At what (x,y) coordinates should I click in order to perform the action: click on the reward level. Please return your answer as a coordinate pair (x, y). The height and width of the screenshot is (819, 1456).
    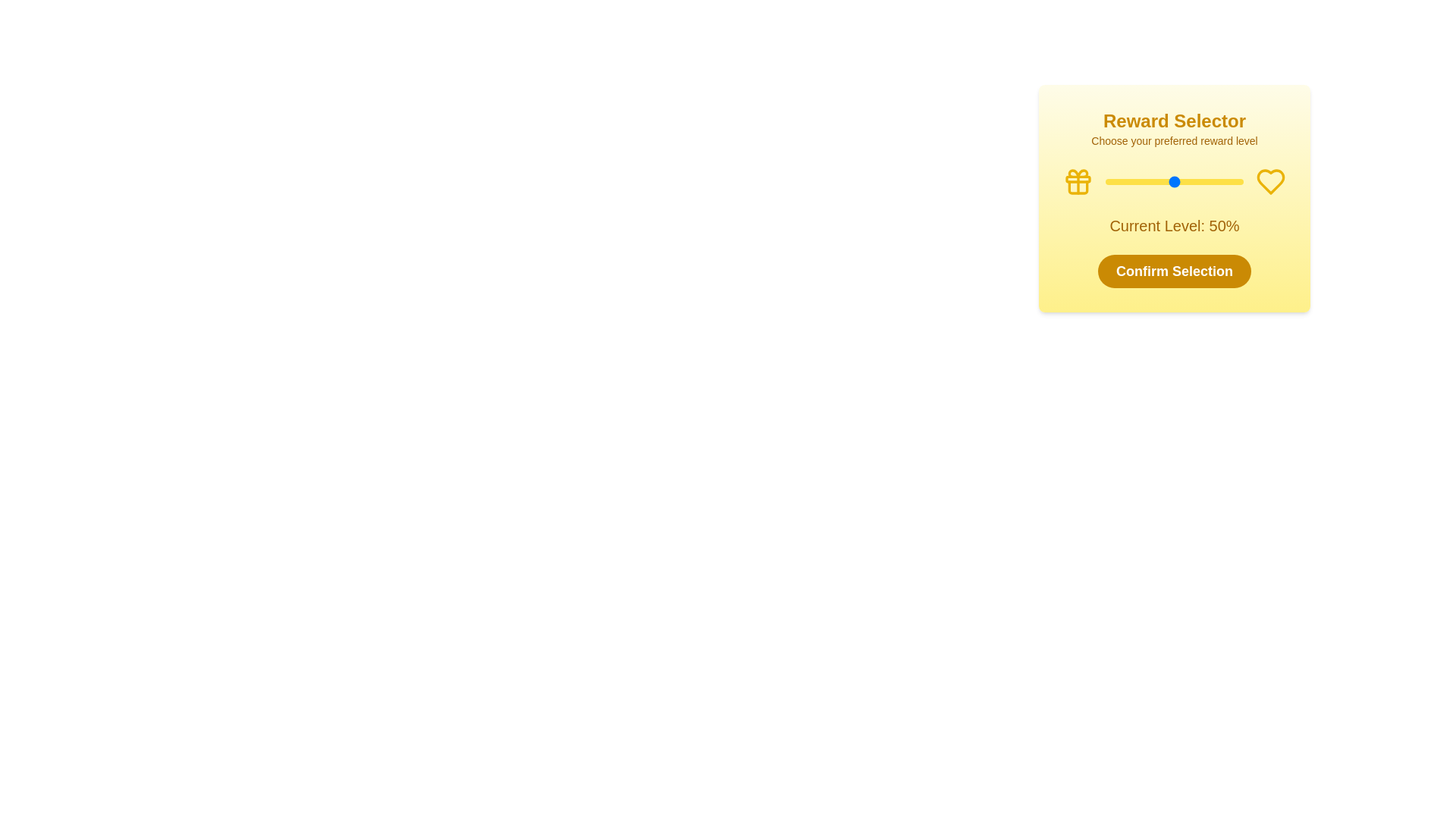
    Looking at the image, I should click on (1200, 180).